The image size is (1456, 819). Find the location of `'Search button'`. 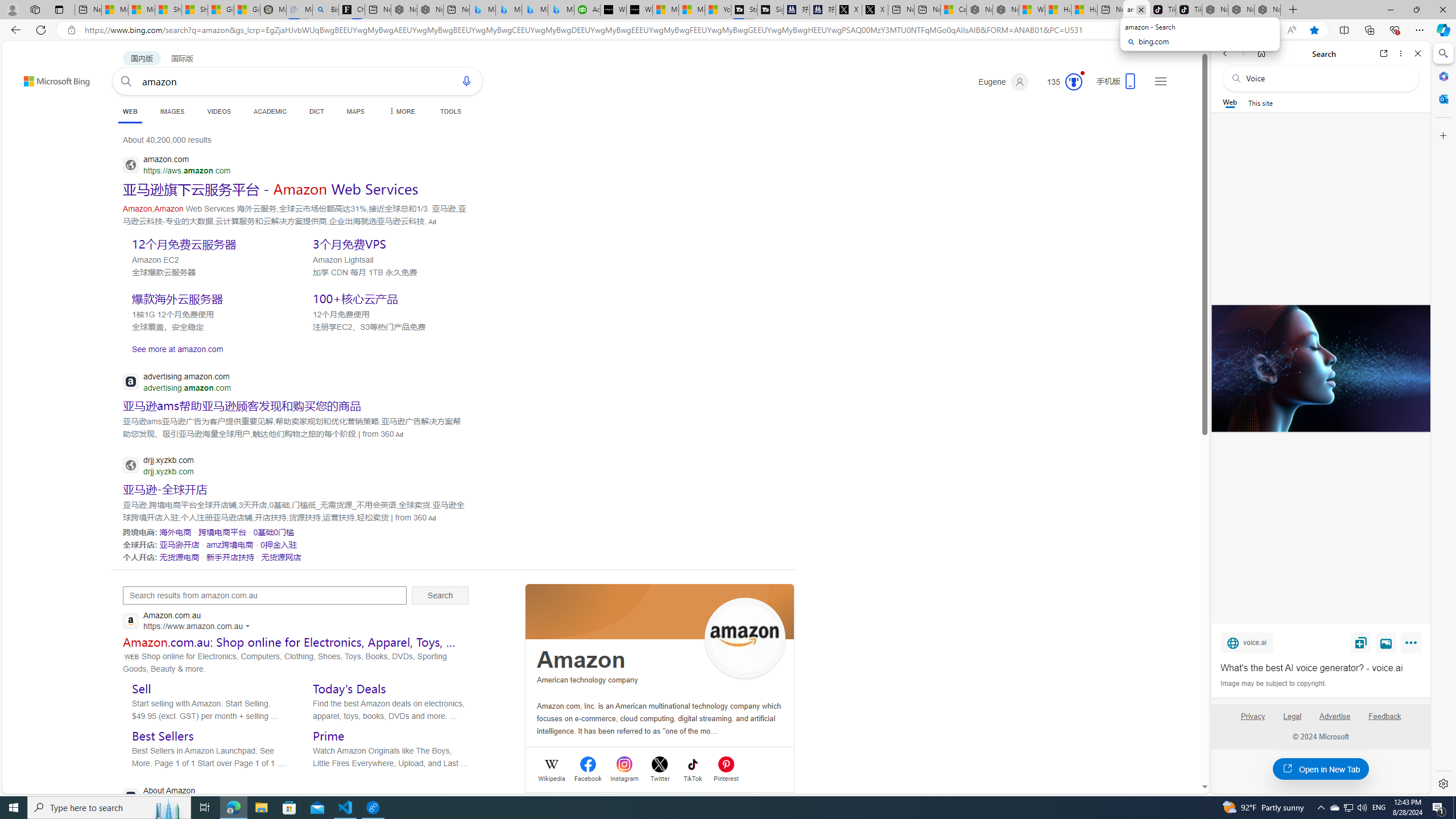

'Search button' is located at coordinates (126, 80).